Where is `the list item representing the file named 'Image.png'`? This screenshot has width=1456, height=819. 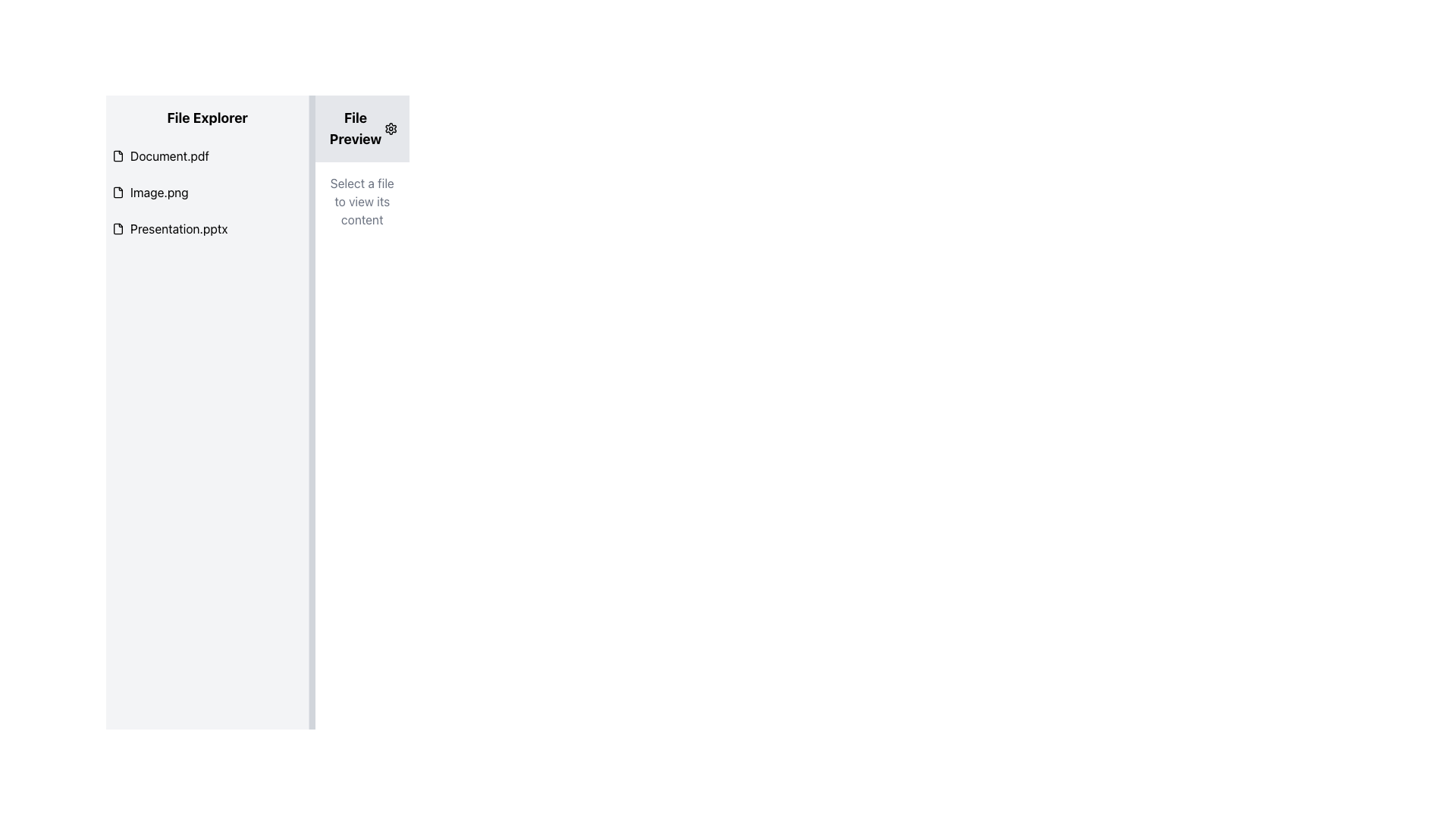 the list item representing the file named 'Image.png' is located at coordinates (206, 192).